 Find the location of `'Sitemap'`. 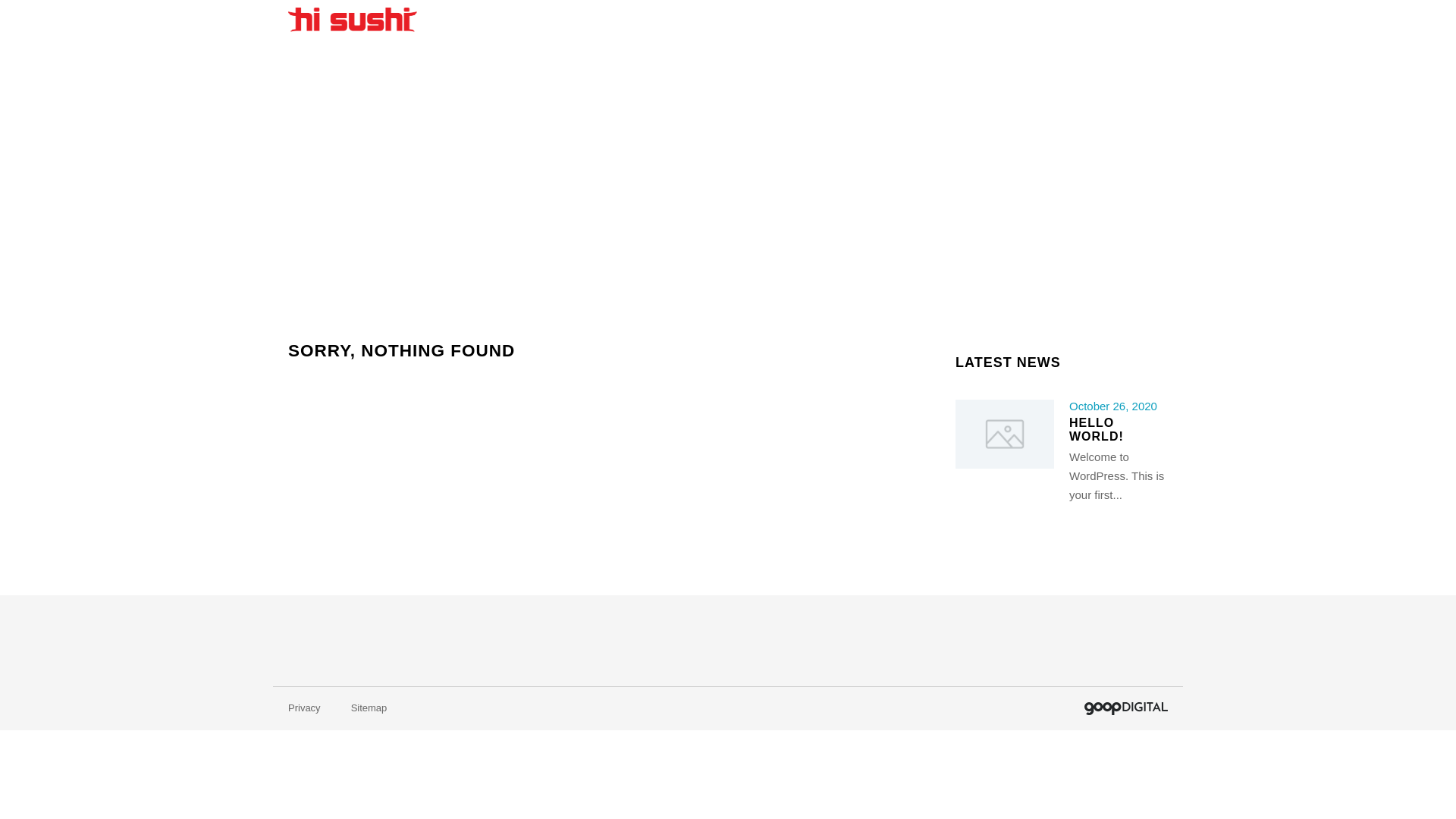

'Sitemap' is located at coordinates (369, 708).